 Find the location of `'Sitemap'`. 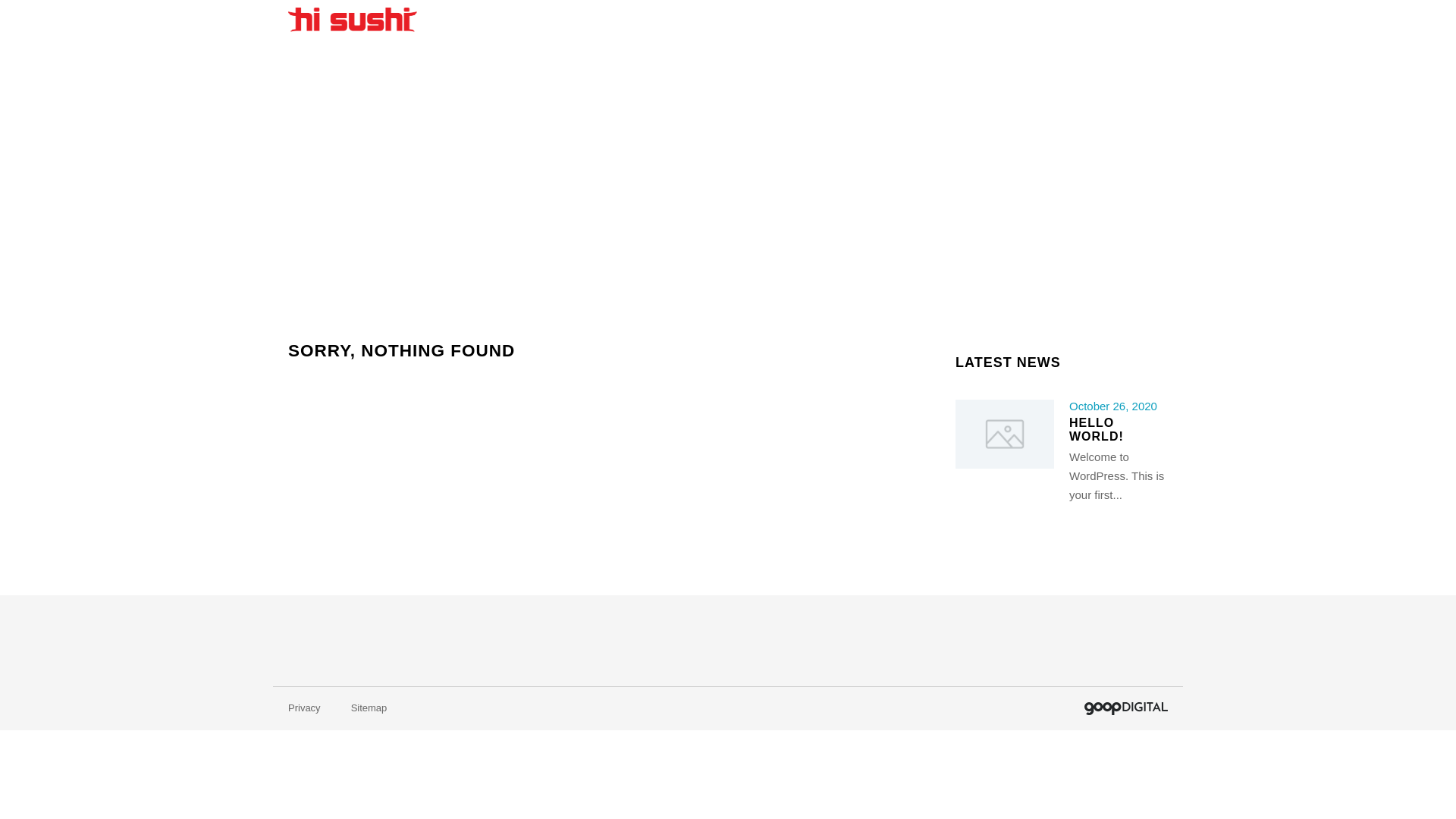

'Sitemap' is located at coordinates (369, 708).